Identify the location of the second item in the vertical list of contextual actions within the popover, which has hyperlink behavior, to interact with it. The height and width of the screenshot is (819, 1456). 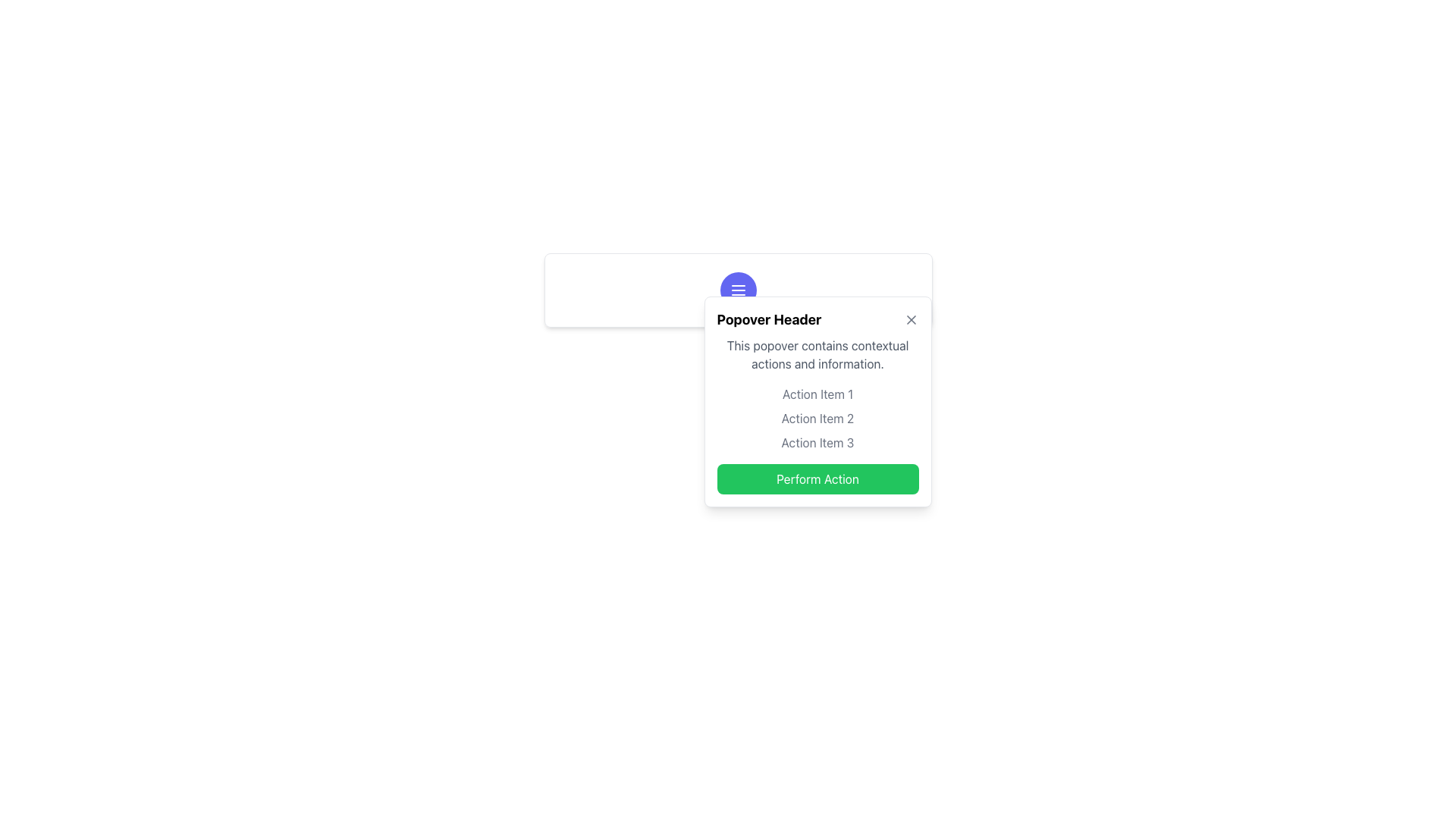
(817, 418).